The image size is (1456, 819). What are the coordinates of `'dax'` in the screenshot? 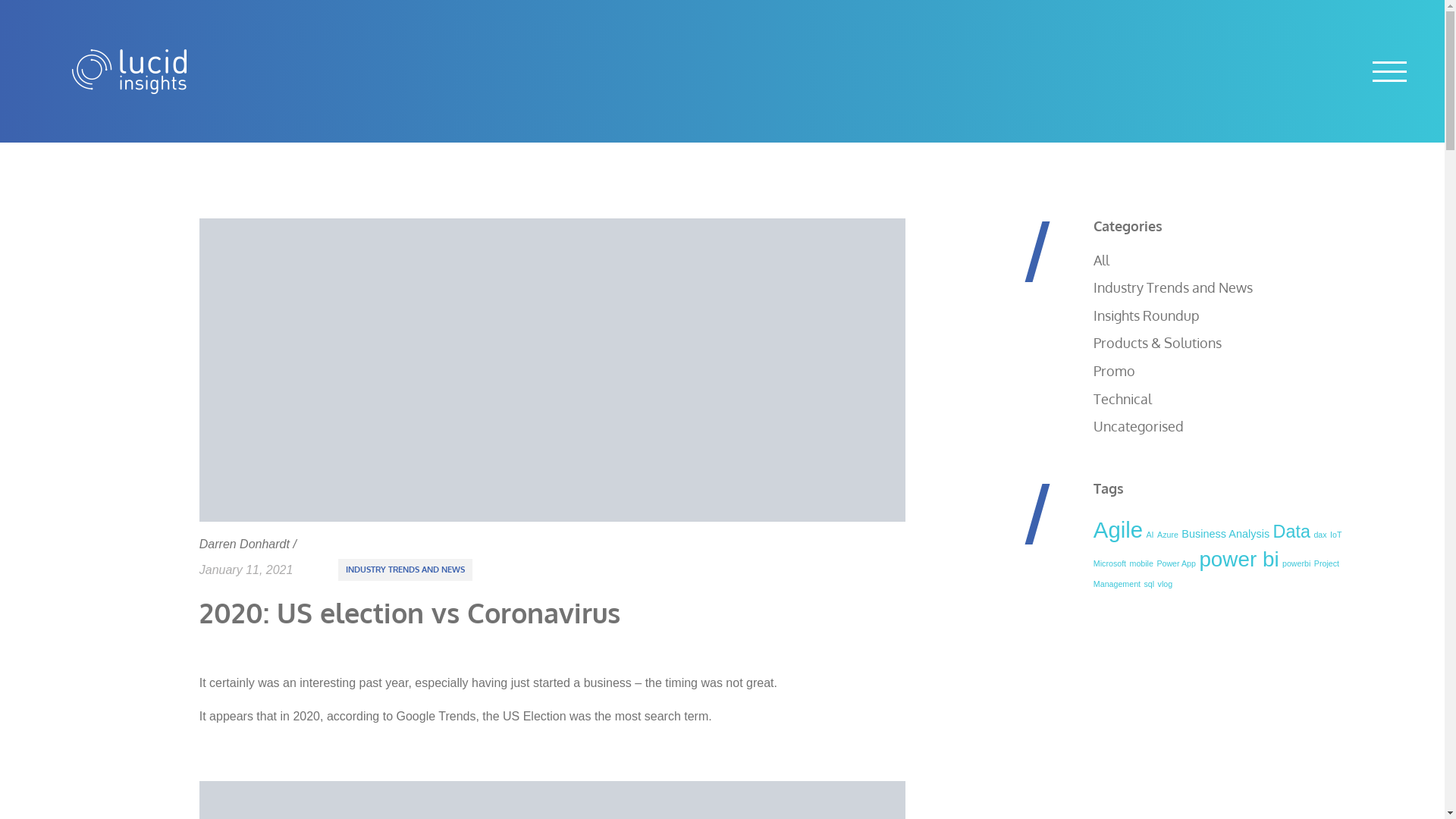 It's located at (1319, 534).